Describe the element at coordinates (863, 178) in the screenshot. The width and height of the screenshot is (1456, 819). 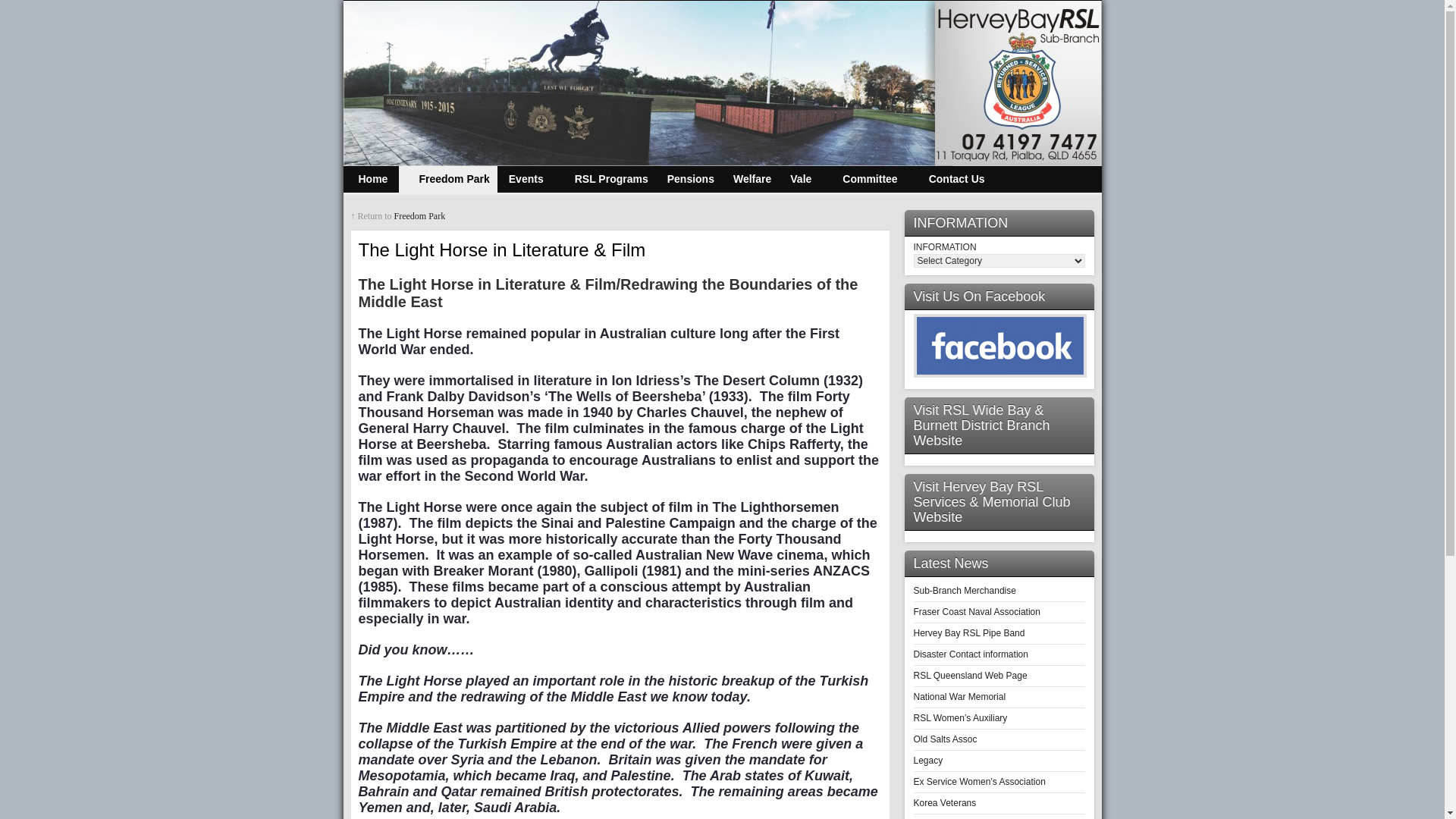
I see `'Committee'` at that location.